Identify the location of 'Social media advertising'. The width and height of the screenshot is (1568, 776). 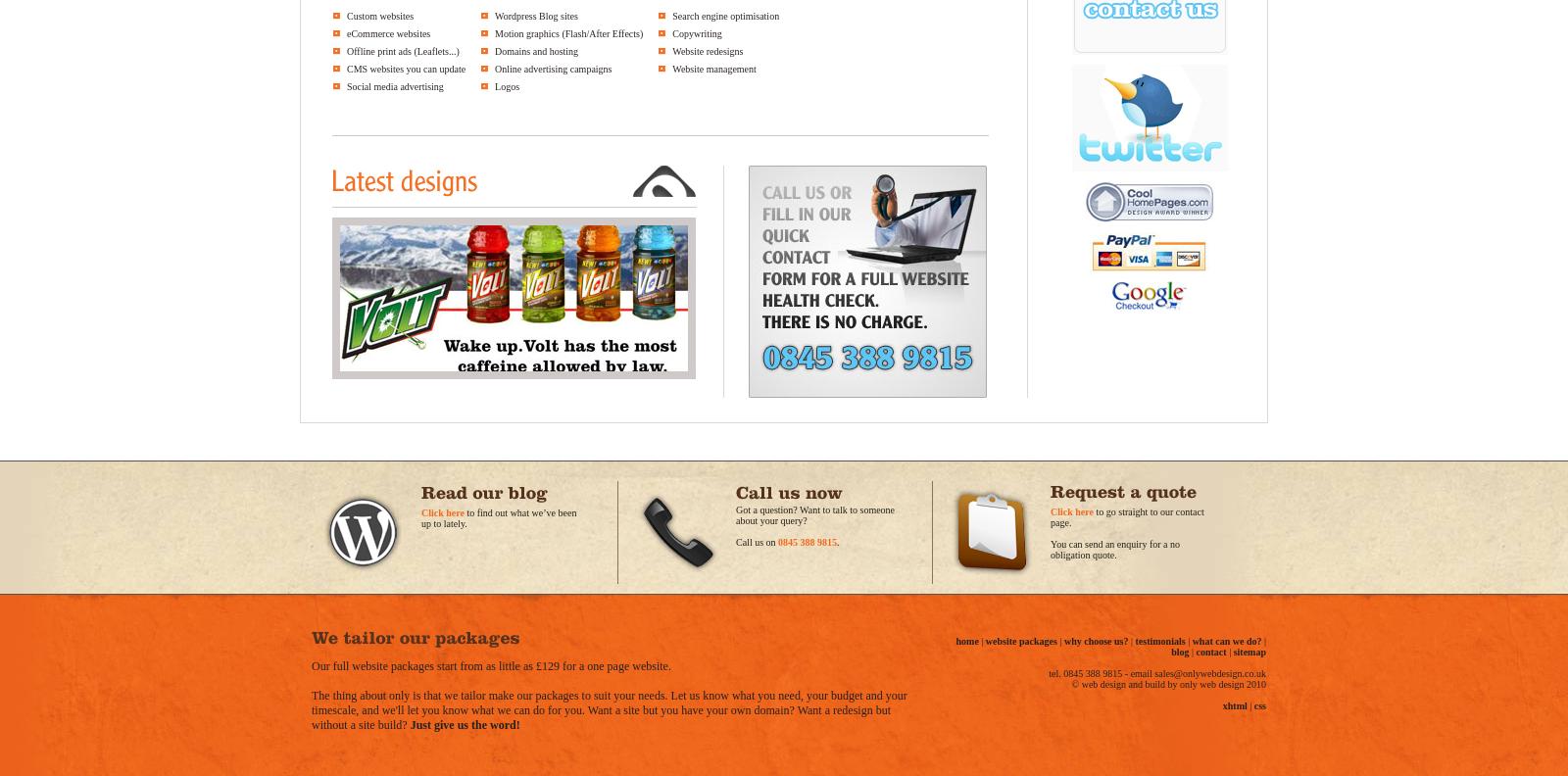
(394, 86).